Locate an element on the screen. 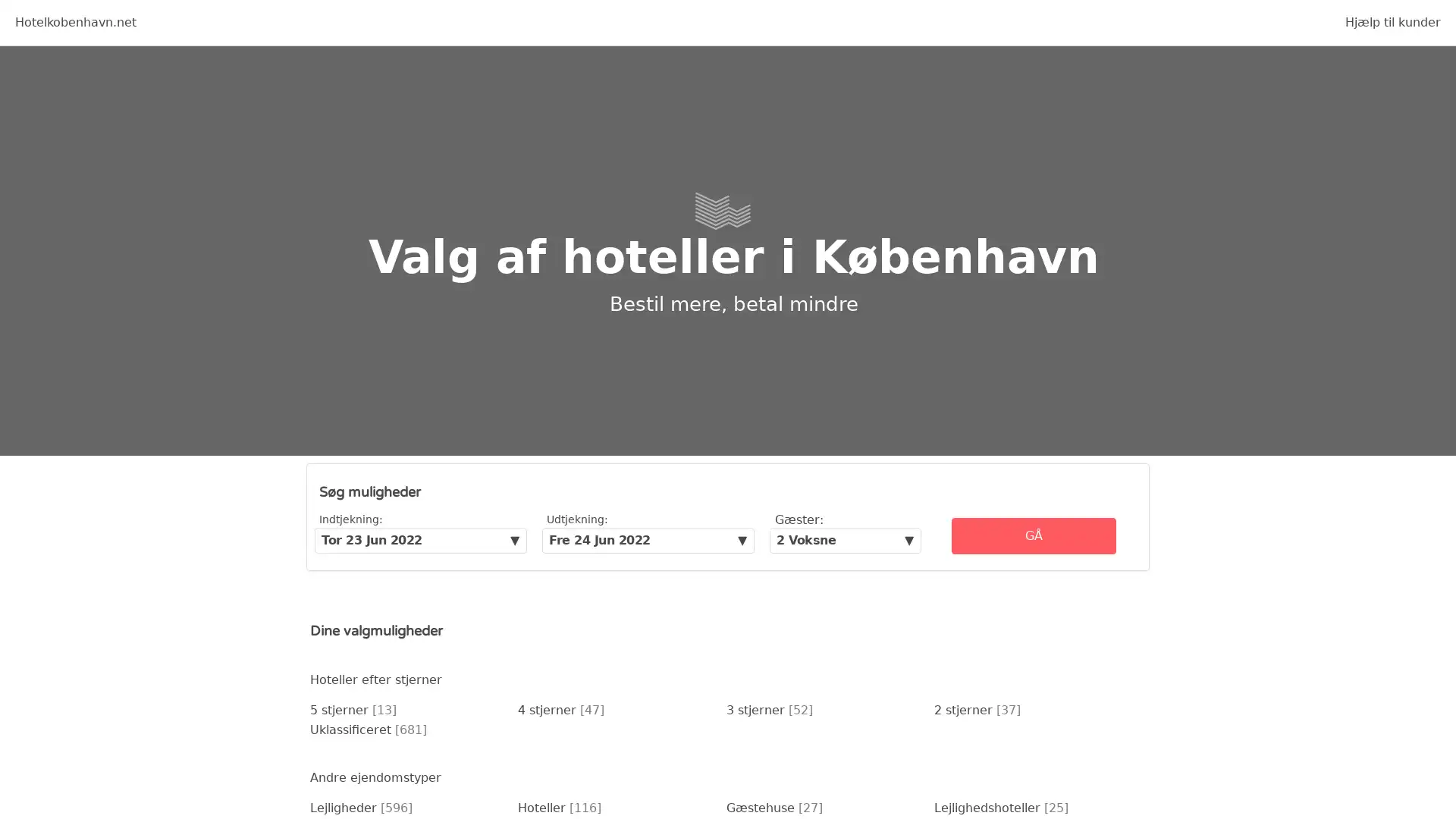 The image size is (1456, 819). GA is located at coordinates (1033, 535).